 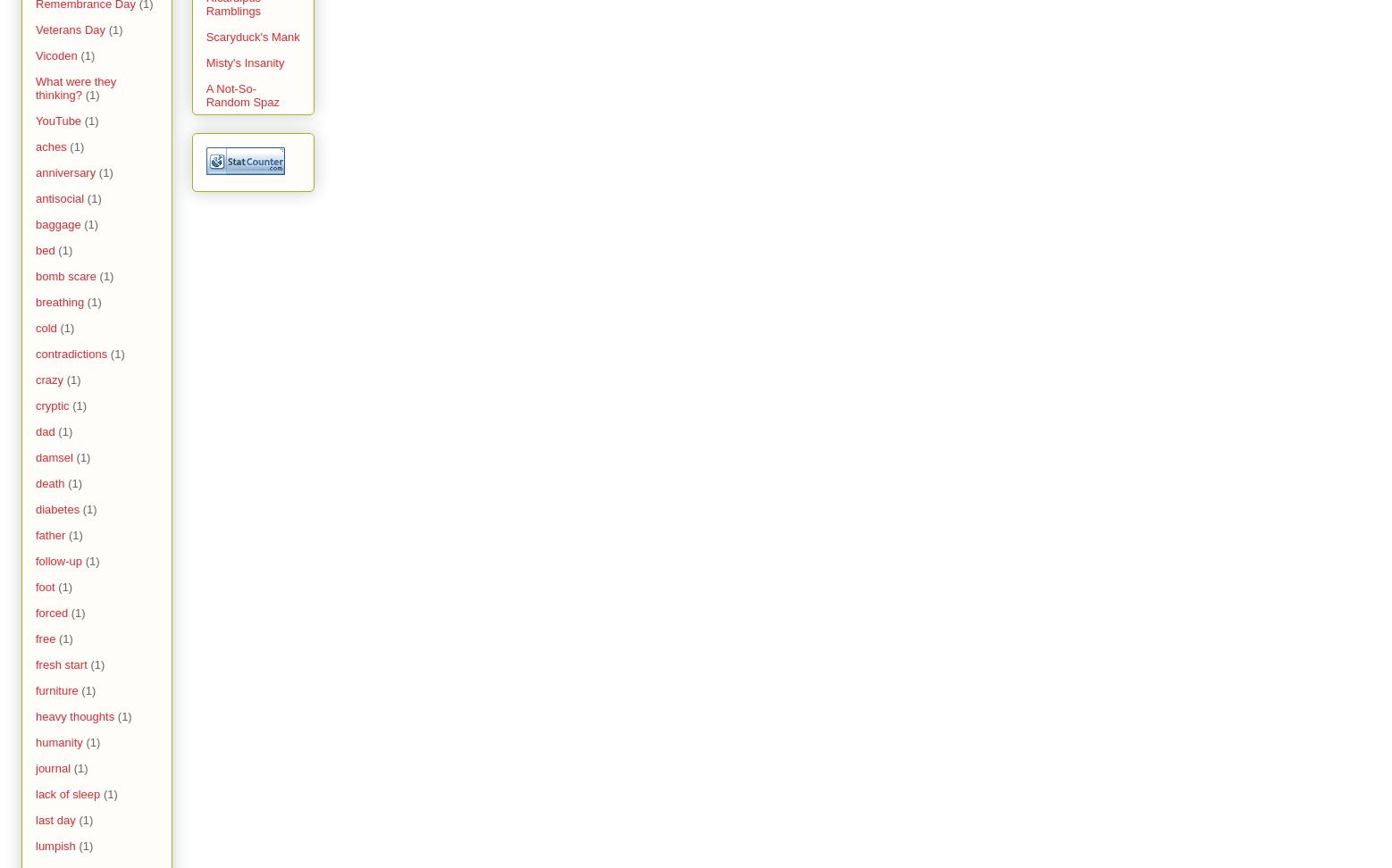 What do you see at coordinates (45, 430) in the screenshot?
I see `'dad'` at bounding box center [45, 430].